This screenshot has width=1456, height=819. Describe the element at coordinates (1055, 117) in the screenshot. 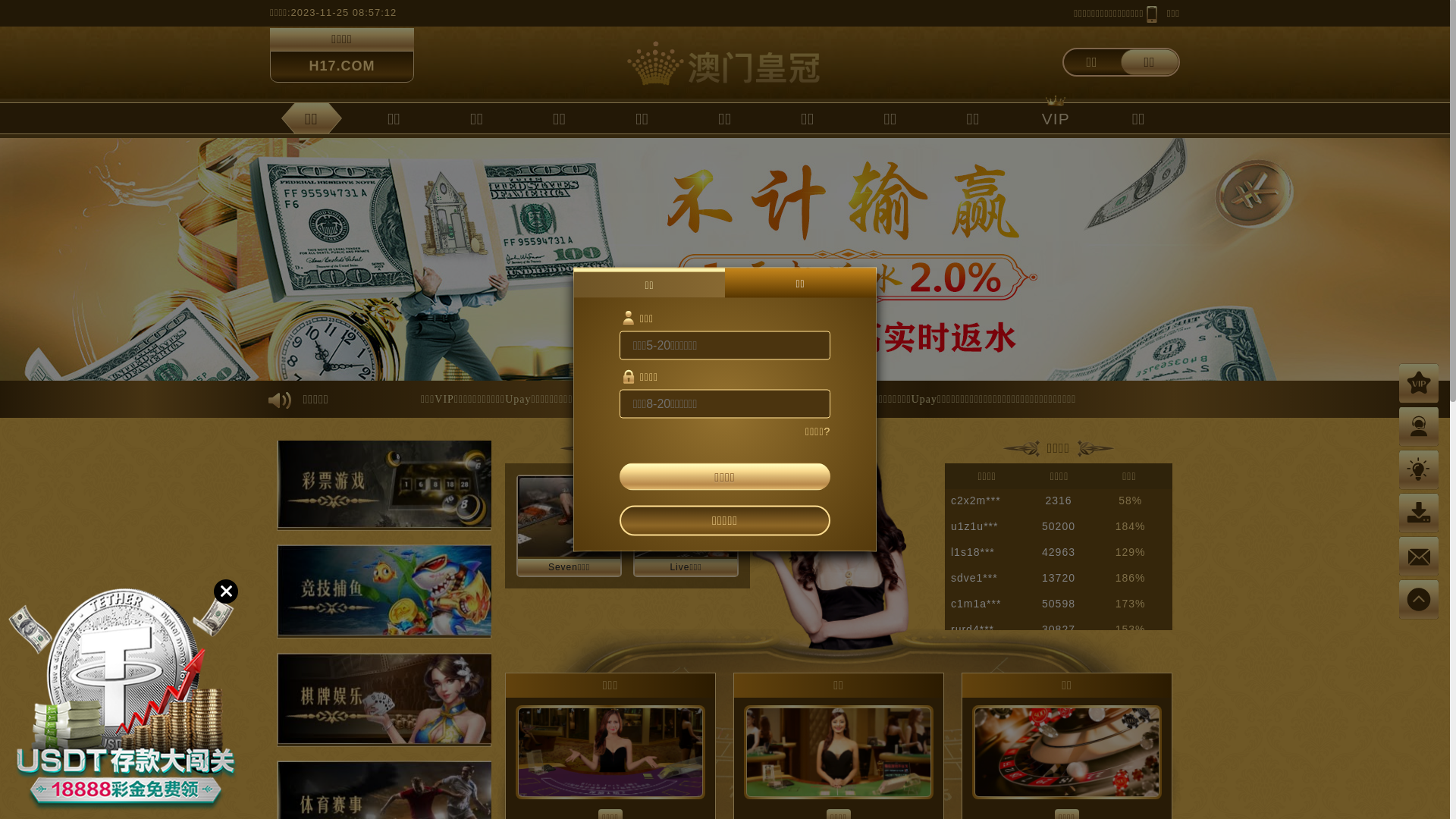

I see `'VIP'` at that location.